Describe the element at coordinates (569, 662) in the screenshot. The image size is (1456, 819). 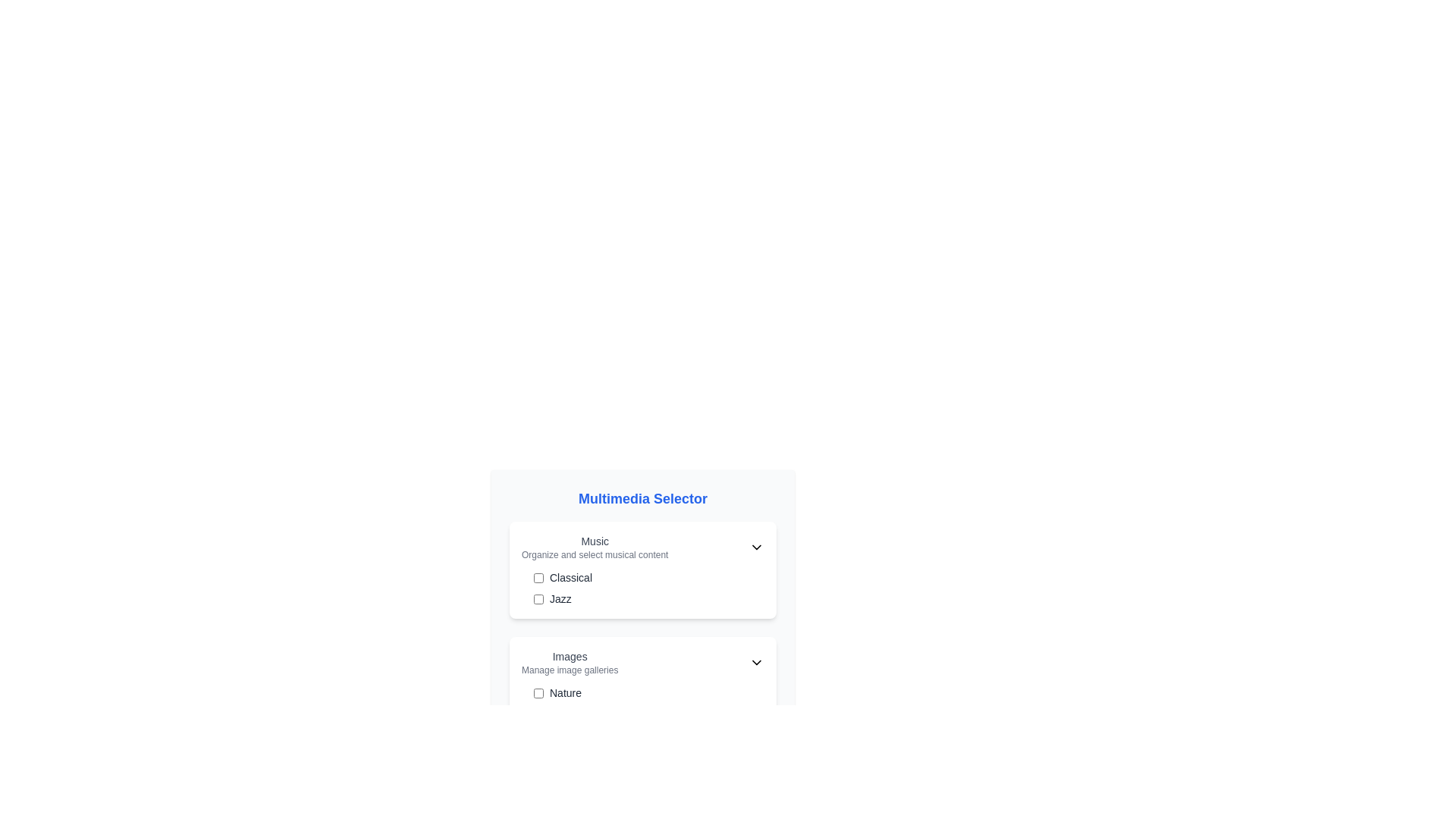
I see `the Text label that serves as a category/item description within the 'Multimedia Selector' section, located above the 'Nature' checkbox option` at that location.